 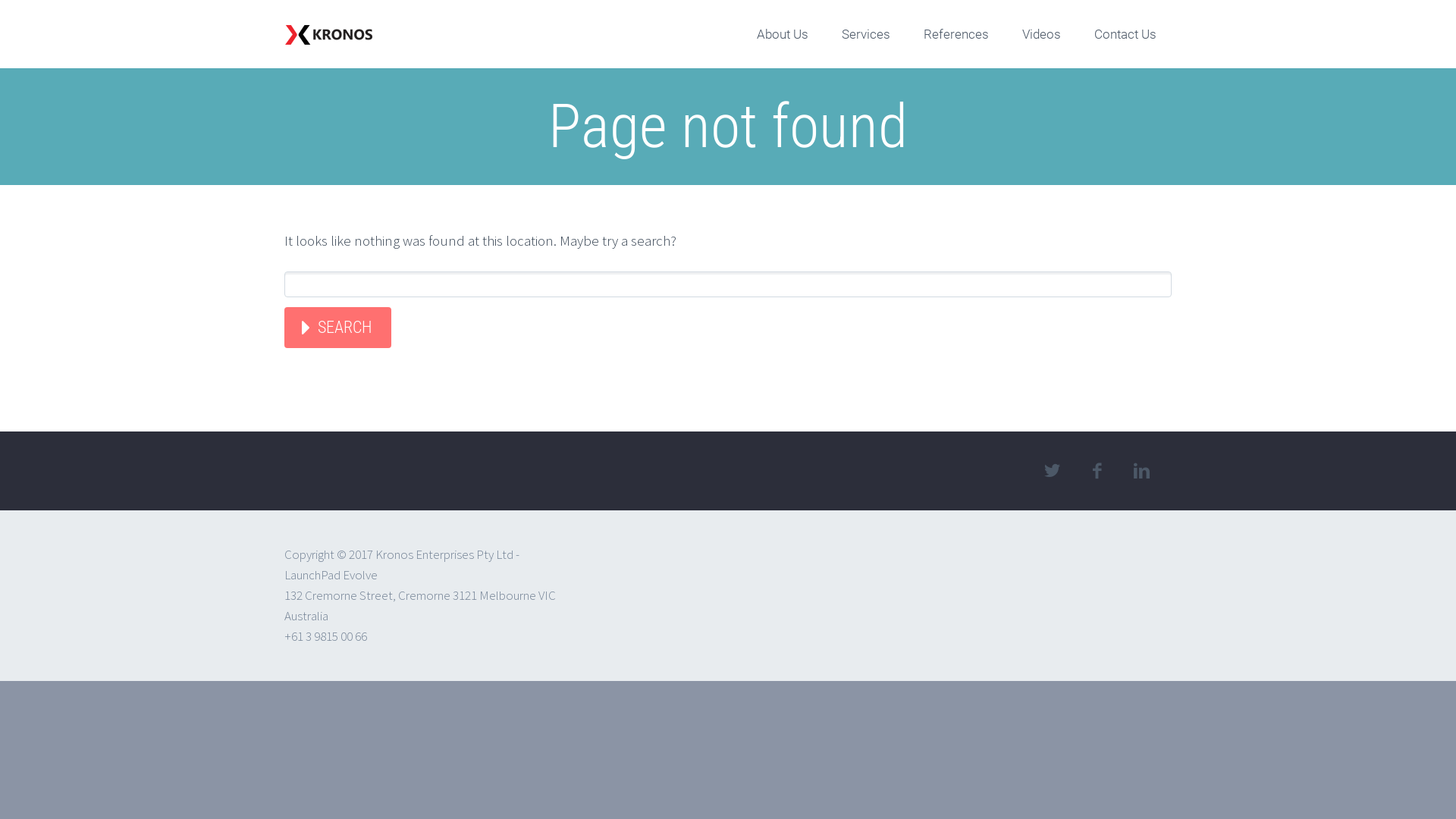 I want to click on 'References', so click(x=908, y=34).